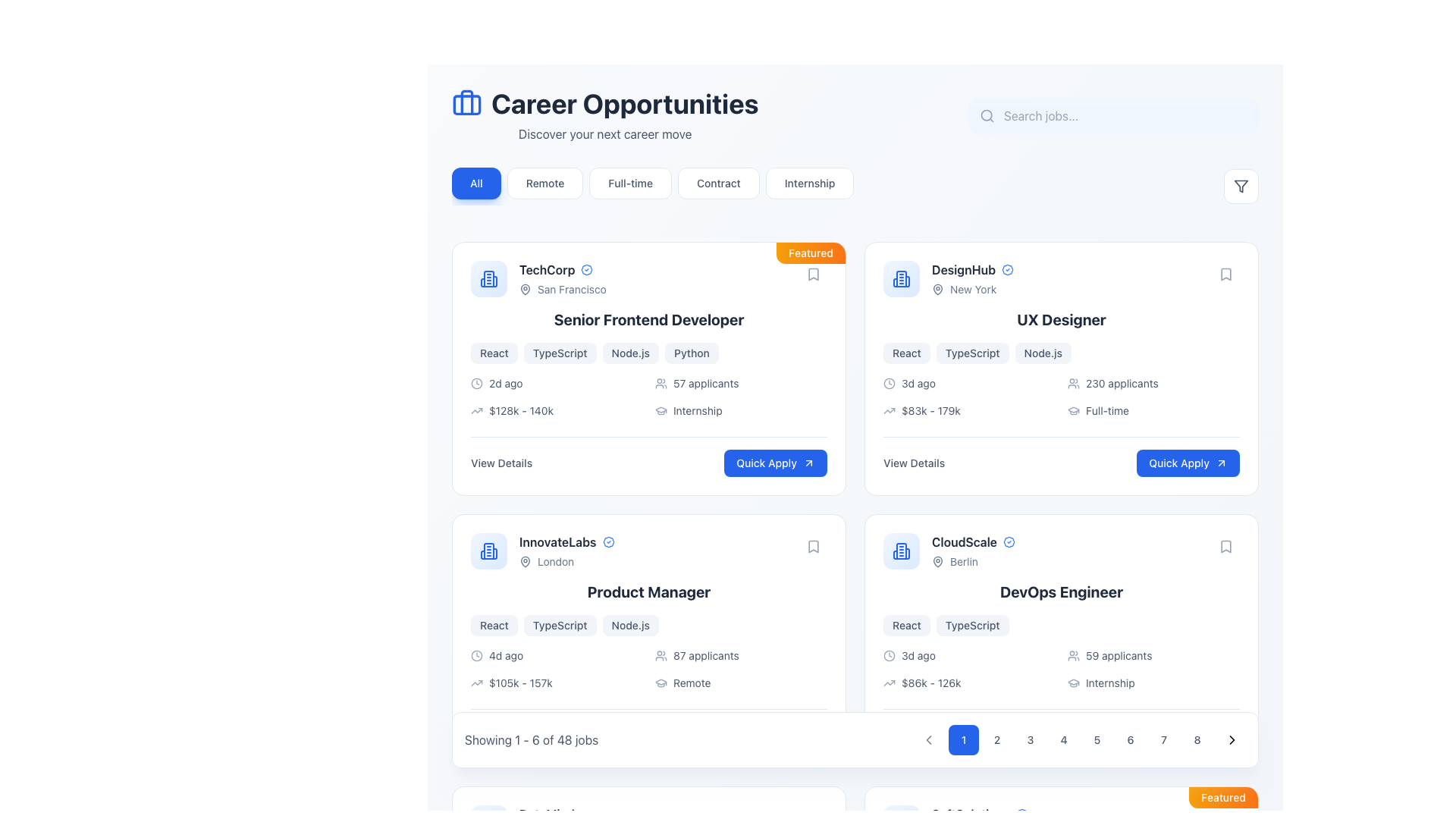 The image size is (1456, 819). I want to click on the icon that visually represents the number of applicants for the job listing titled 'CloudScale' under the role 'DevOps Engineer', located right before the text '59 applicants', so click(1073, 654).